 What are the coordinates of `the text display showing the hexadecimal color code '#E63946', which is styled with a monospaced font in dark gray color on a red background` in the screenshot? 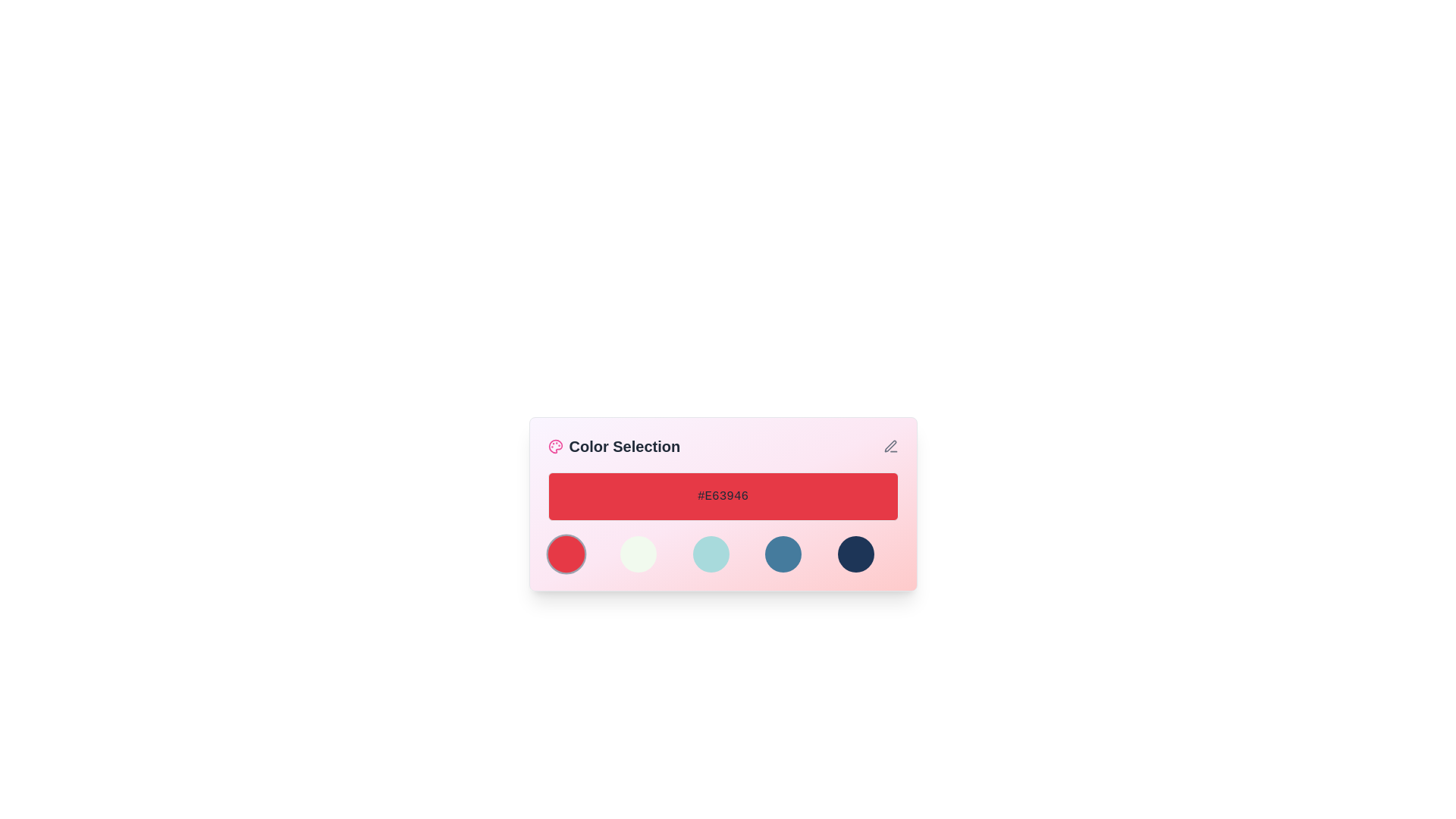 It's located at (722, 497).